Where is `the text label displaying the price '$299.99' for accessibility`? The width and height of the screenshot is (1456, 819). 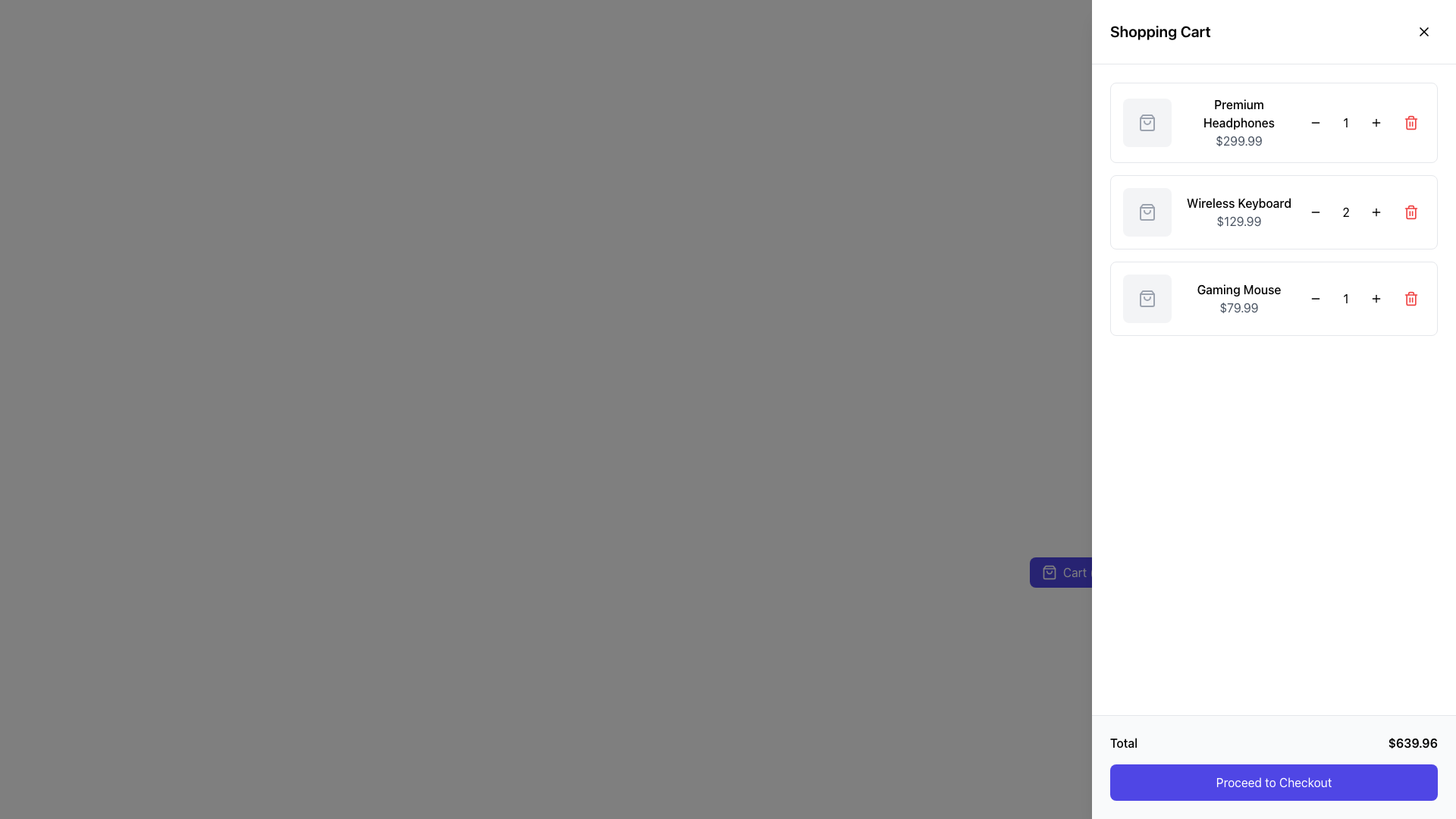
the text label displaying the price '$299.99' for accessibility is located at coordinates (1238, 140).